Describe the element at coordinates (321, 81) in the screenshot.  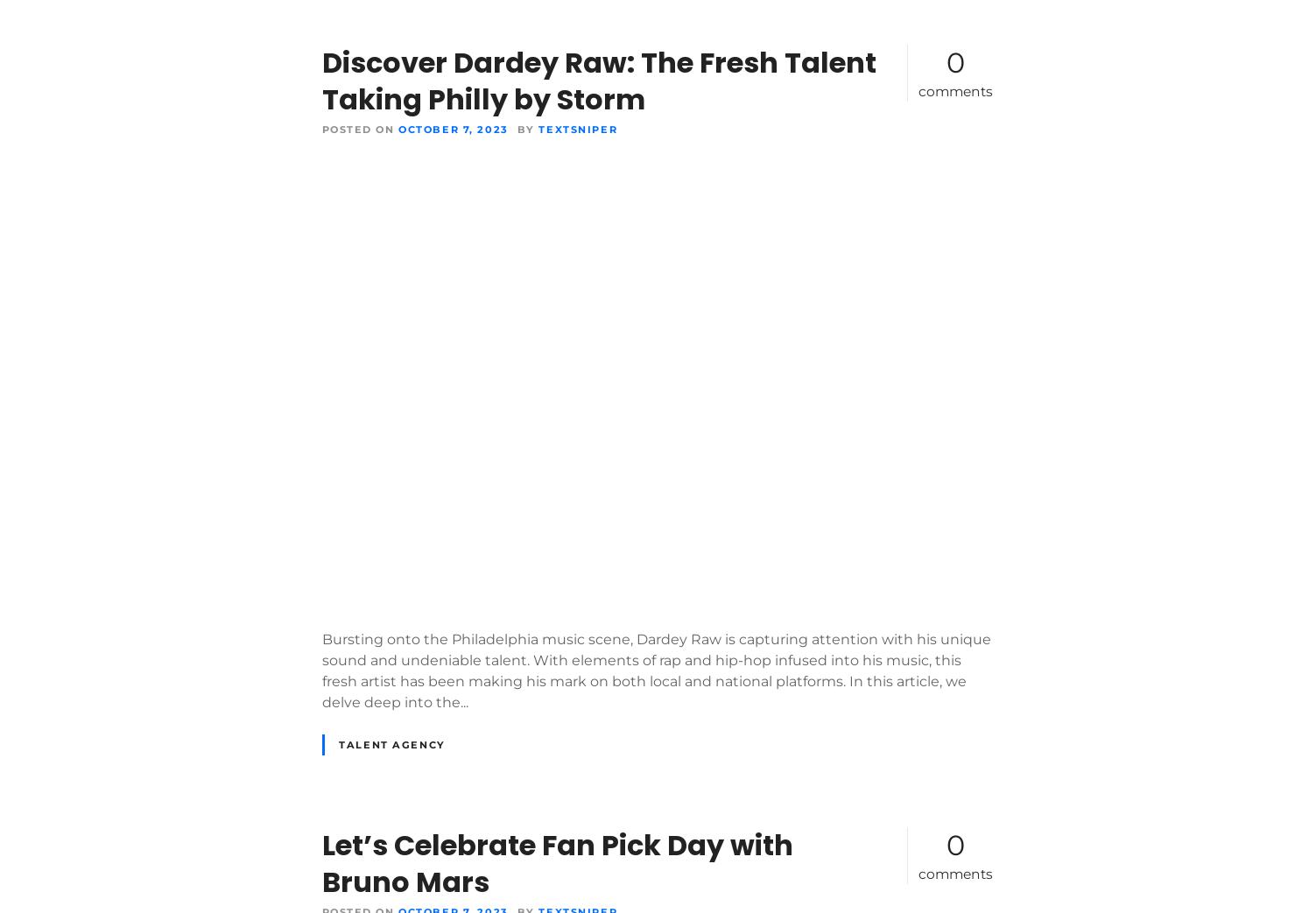
I see `'Discover Dardey Raw: The Fresh Talent Taking Philly by Storm'` at that location.